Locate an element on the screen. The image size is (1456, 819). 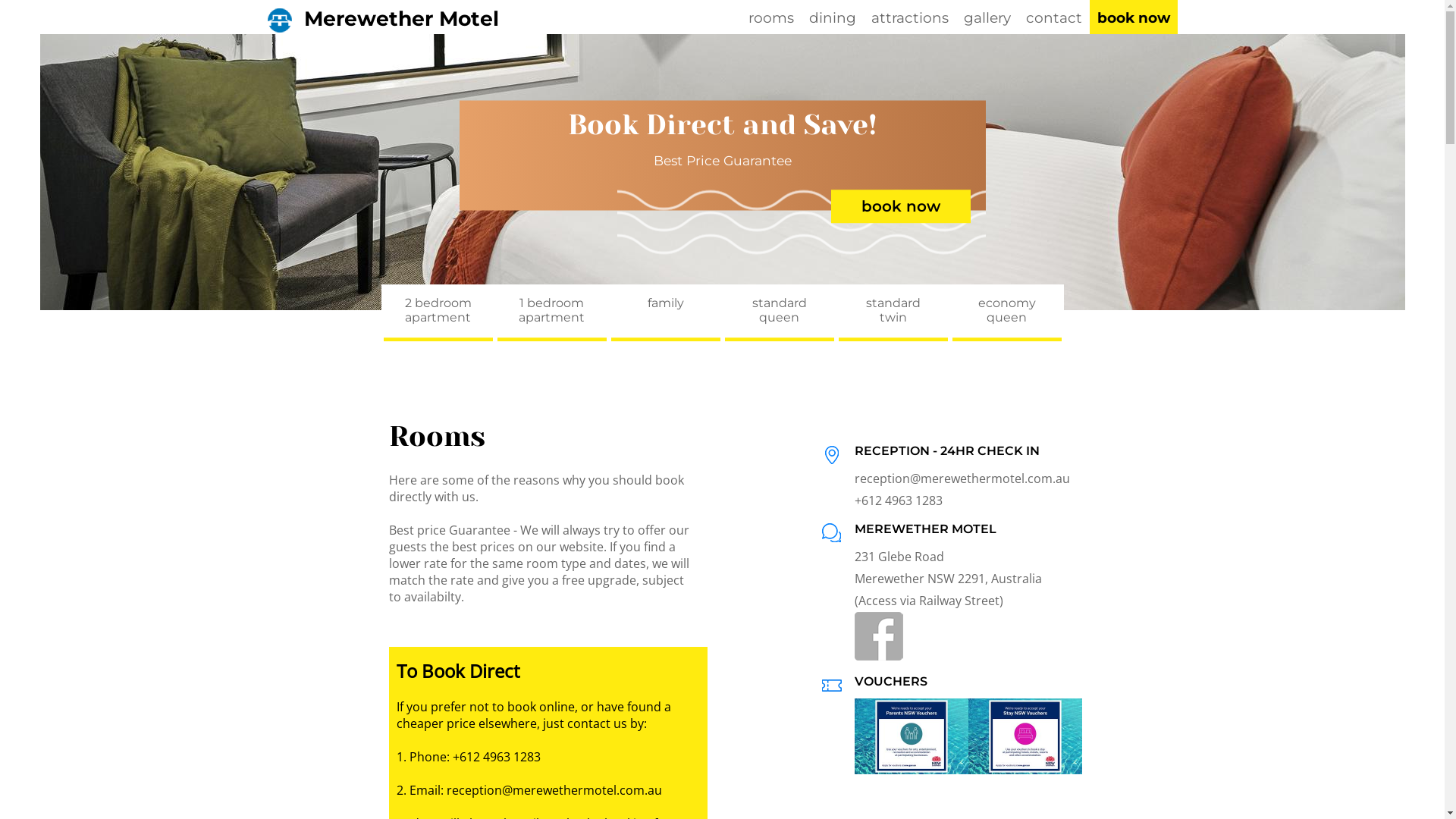
'family' is located at coordinates (607, 314).